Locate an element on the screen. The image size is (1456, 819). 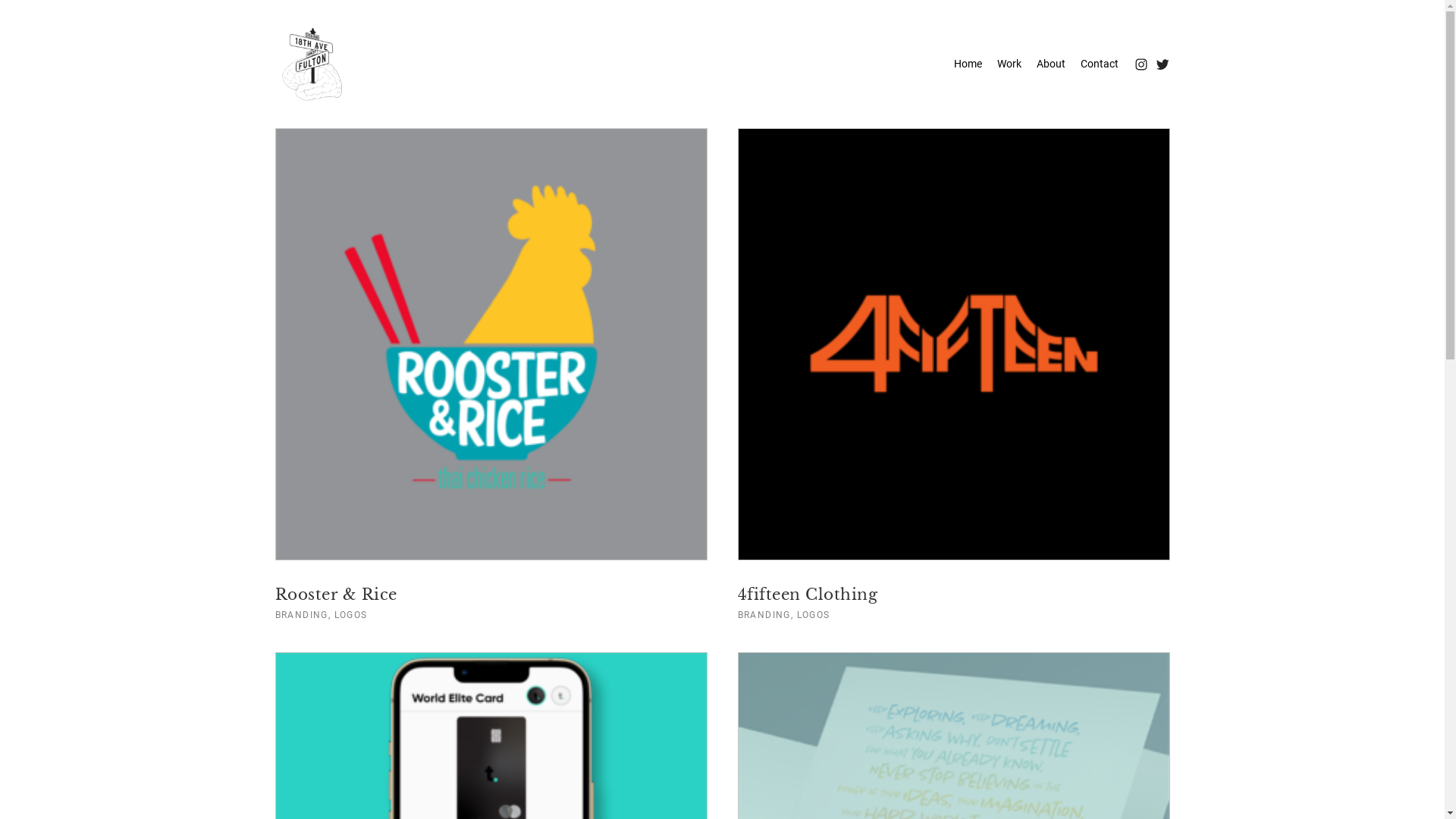
'Home' is located at coordinates (967, 63).